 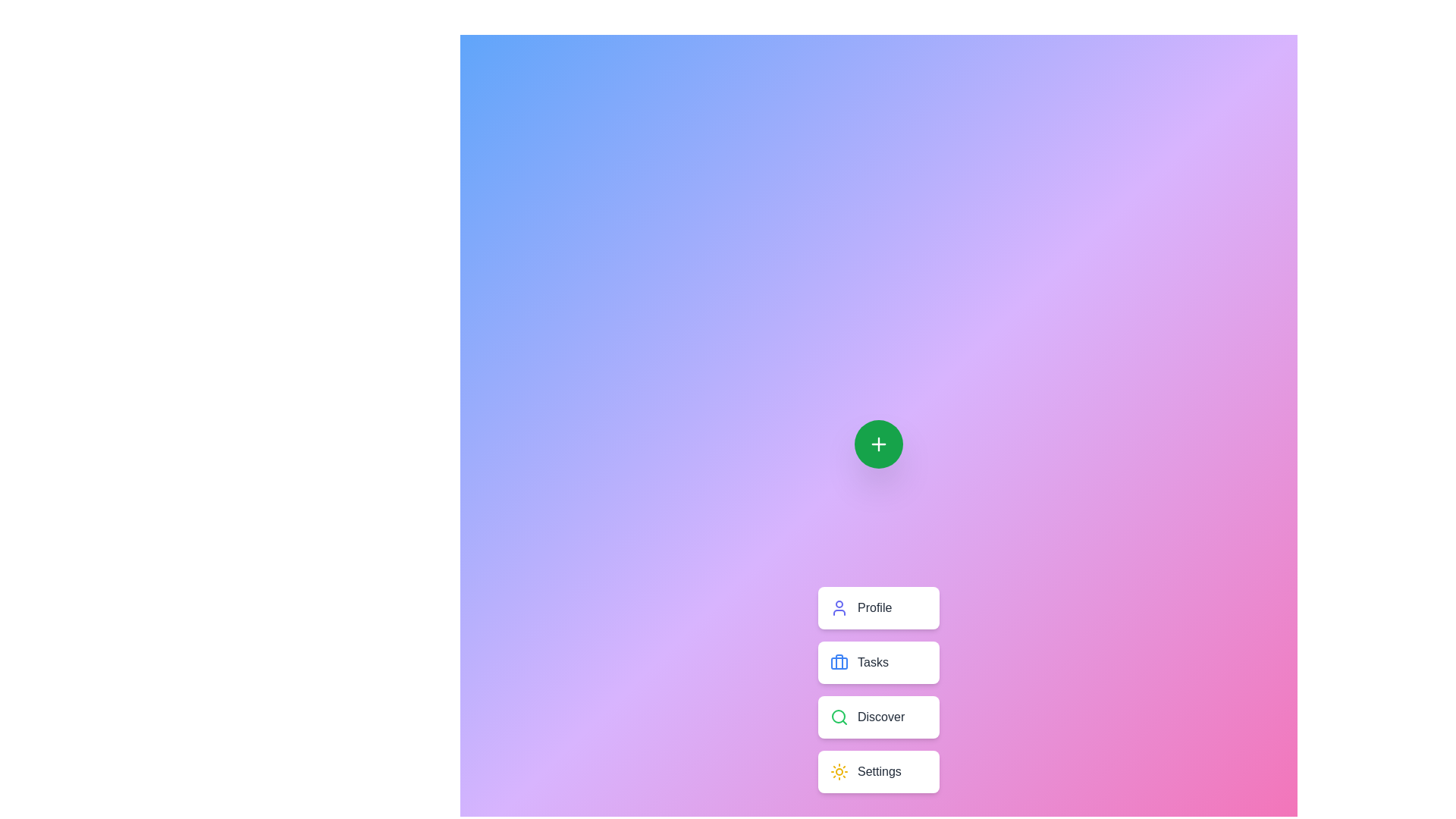 What do you see at coordinates (878, 772) in the screenshot?
I see `the 'Settings' button to select it` at bounding box center [878, 772].